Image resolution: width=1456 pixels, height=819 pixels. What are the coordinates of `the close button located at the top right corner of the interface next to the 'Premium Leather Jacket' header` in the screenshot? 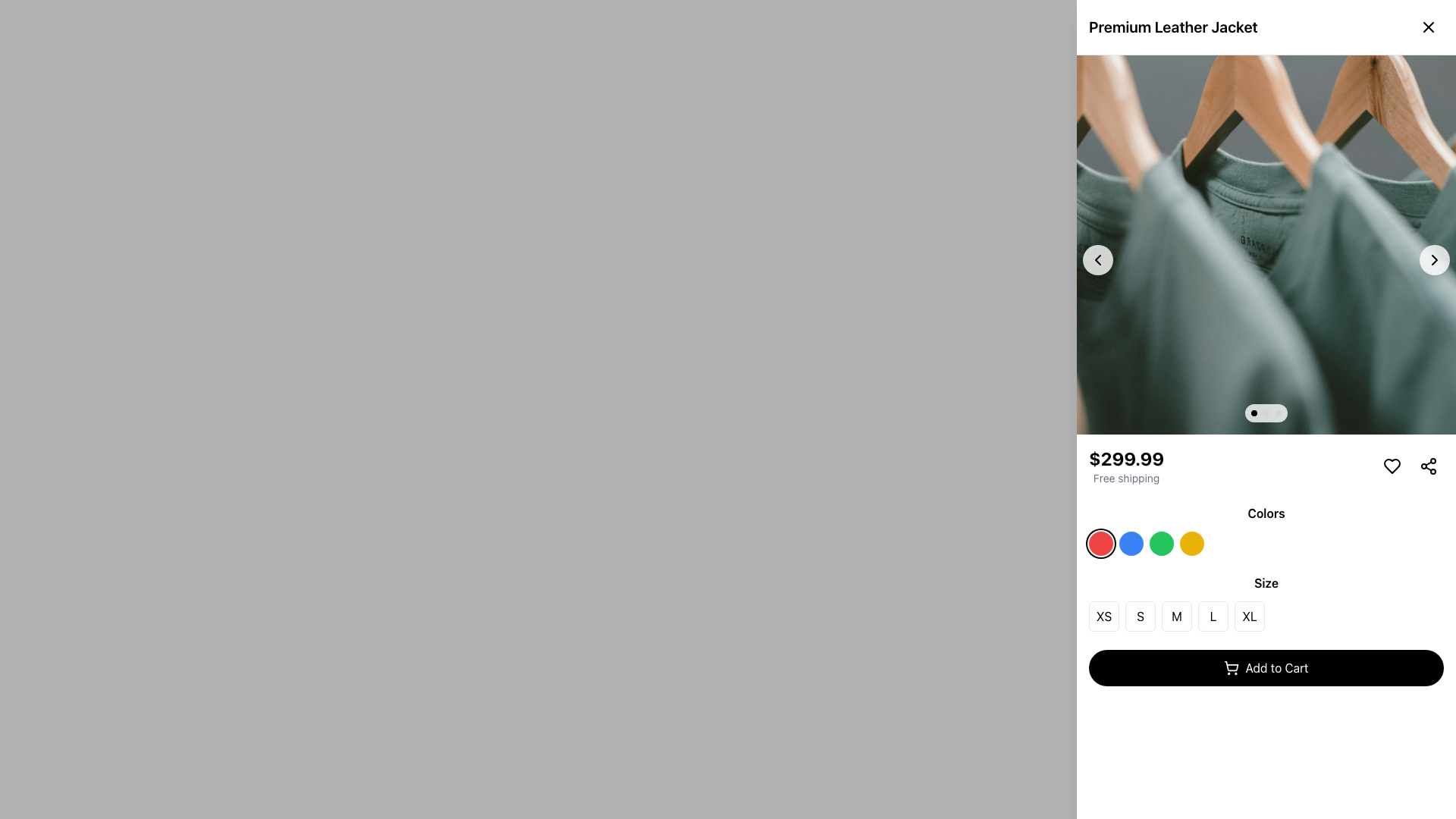 It's located at (1427, 27).